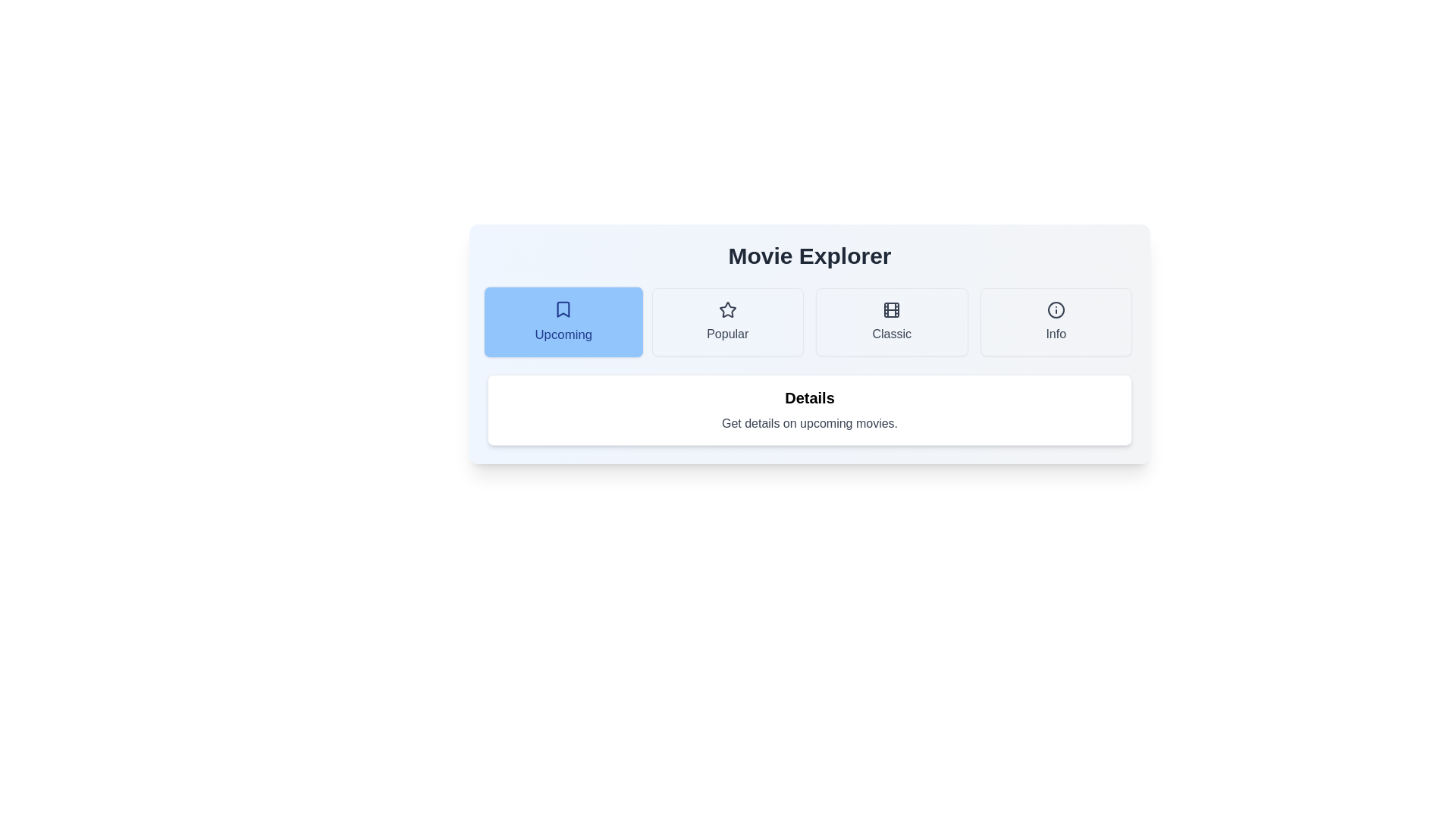 This screenshot has height=819, width=1456. Describe the element at coordinates (809, 424) in the screenshot. I see `the static text element providing additional contextual information about upcoming movies, located below the 'Details' heading` at that location.